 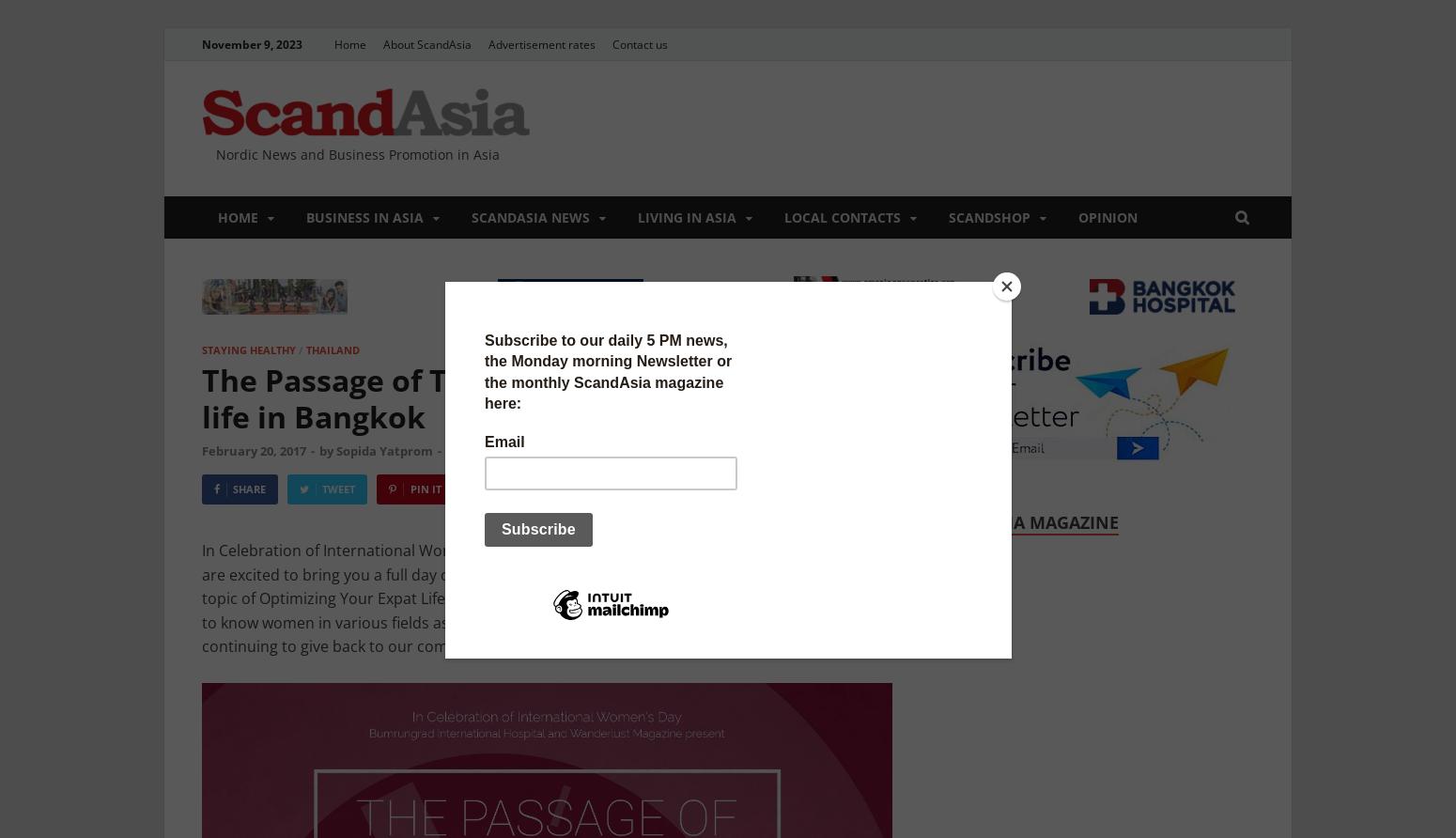 What do you see at coordinates (500, 450) in the screenshot?
I see `'Leave a Comment'` at bounding box center [500, 450].